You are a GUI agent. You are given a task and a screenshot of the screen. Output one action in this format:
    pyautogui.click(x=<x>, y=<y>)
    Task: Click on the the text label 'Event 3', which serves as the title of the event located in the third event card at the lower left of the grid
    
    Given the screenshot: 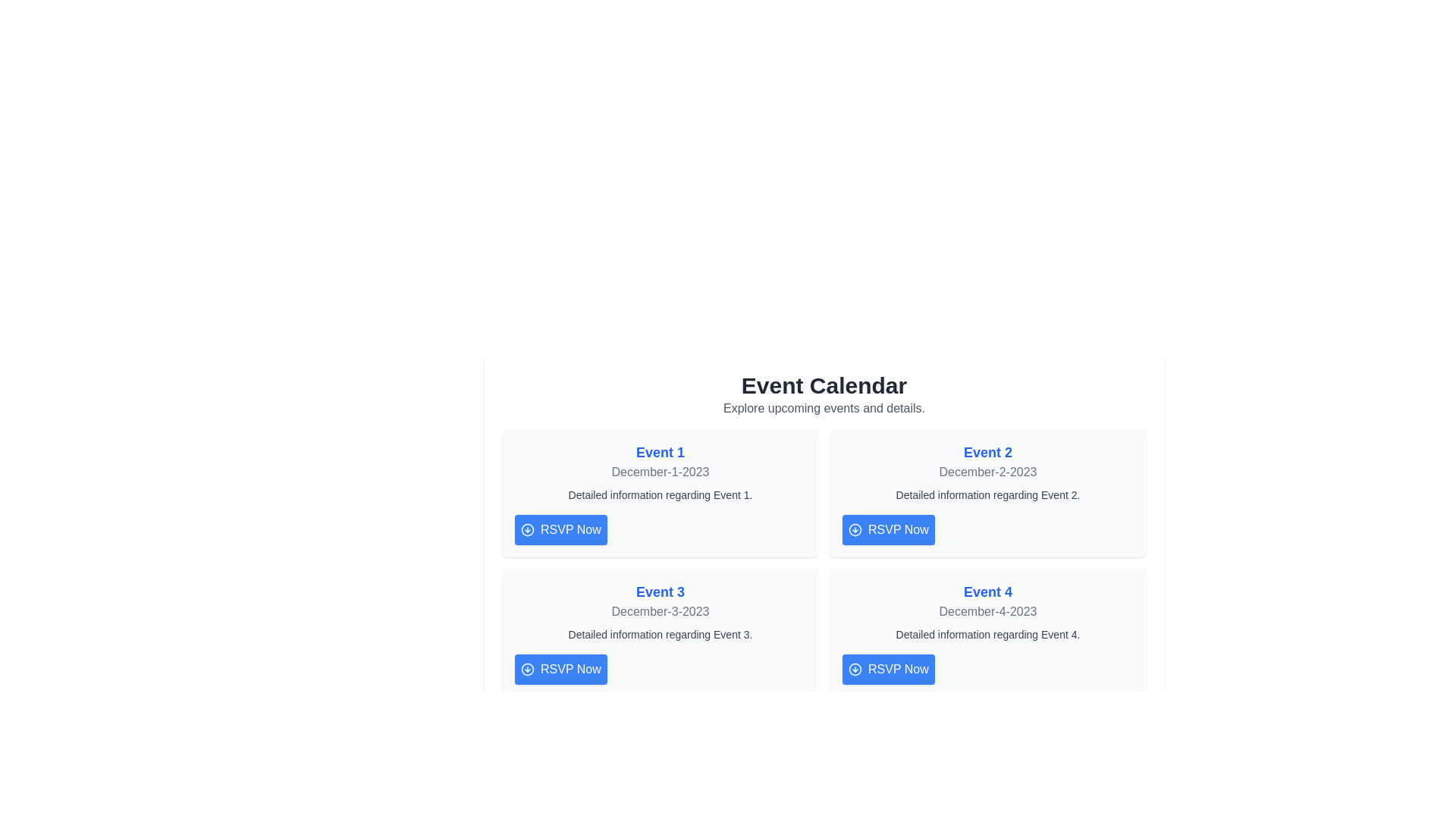 What is the action you would take?
    pyautogui.click(x=660, y=591)
    